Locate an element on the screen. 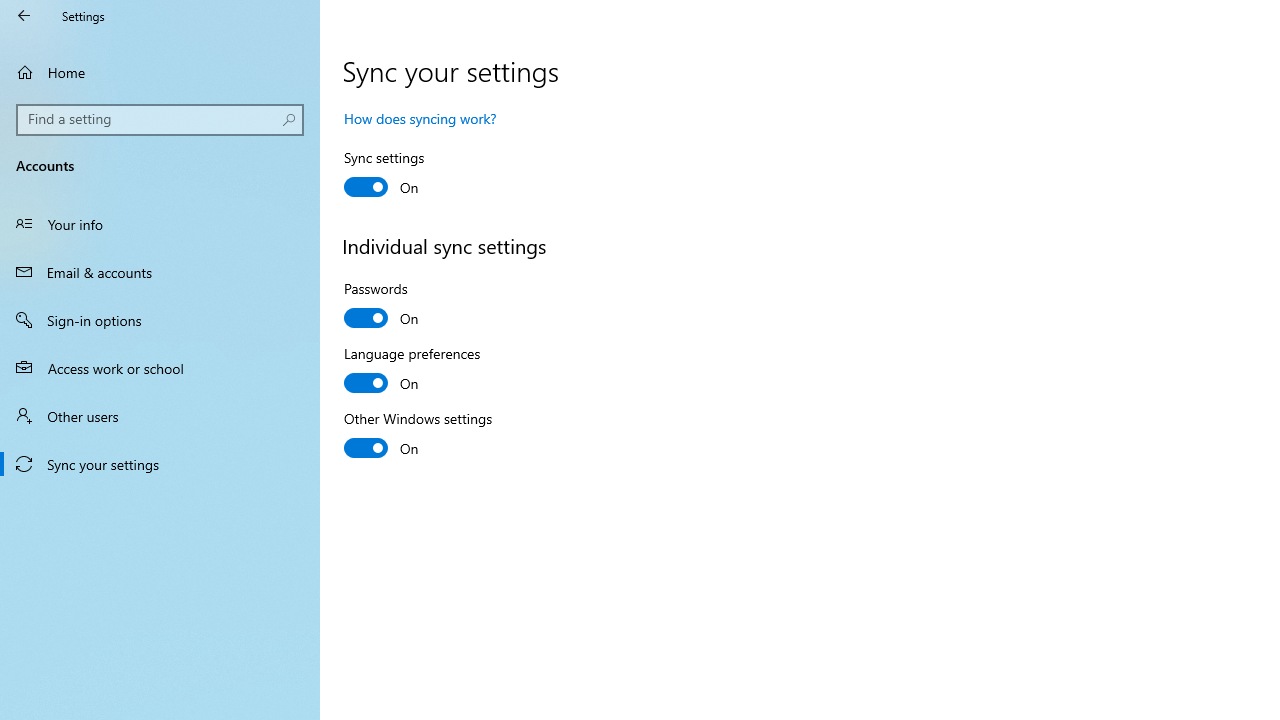 The width and height of the screenshot is (1280, 720). 'Sync settings' is located at coordinates (416, 174).